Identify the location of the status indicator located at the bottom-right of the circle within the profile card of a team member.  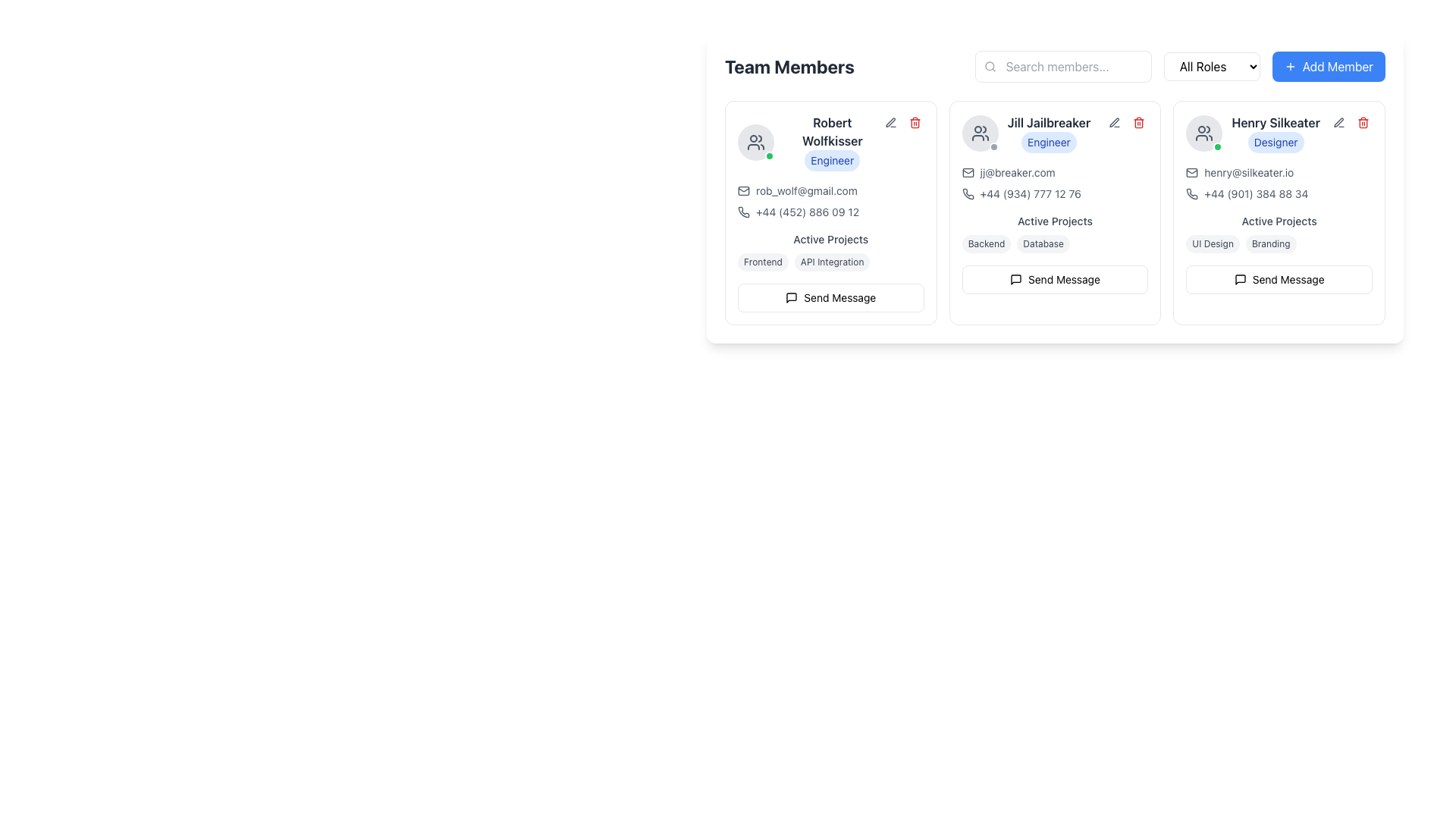
(993, 146).